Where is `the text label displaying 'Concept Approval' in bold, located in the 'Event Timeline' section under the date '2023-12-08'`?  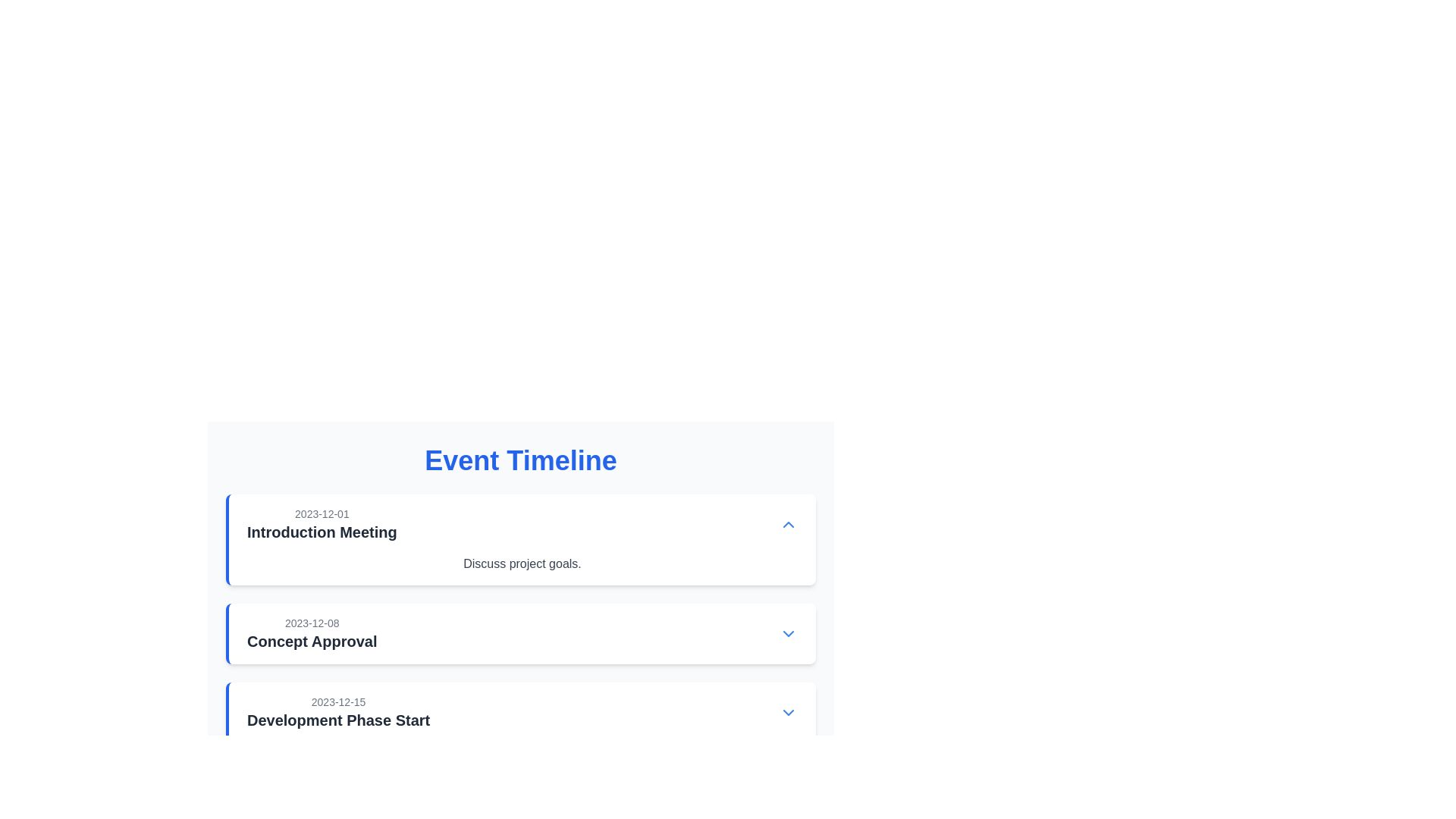
the text label displaying 'Concept Approval' in bold, located in the 'Event Timeline' section under the date '2023-12-08' is located at coordinates (311, 641).